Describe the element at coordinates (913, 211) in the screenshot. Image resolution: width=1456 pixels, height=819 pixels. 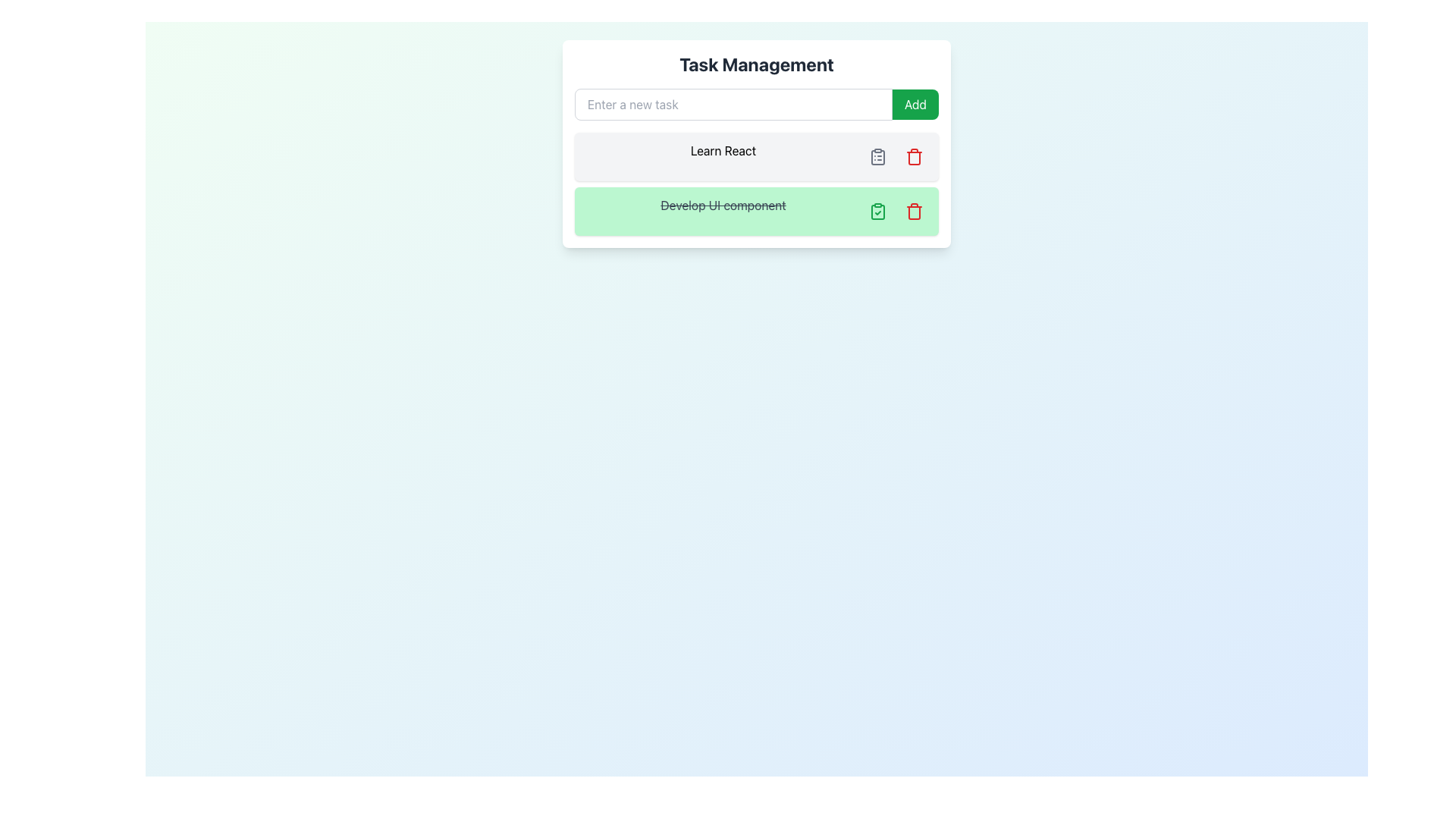
I see `the red trash icon button for delete functionality, located adjacent to the green checkbox of the task item labeled 'Develop UI component'` at that location.